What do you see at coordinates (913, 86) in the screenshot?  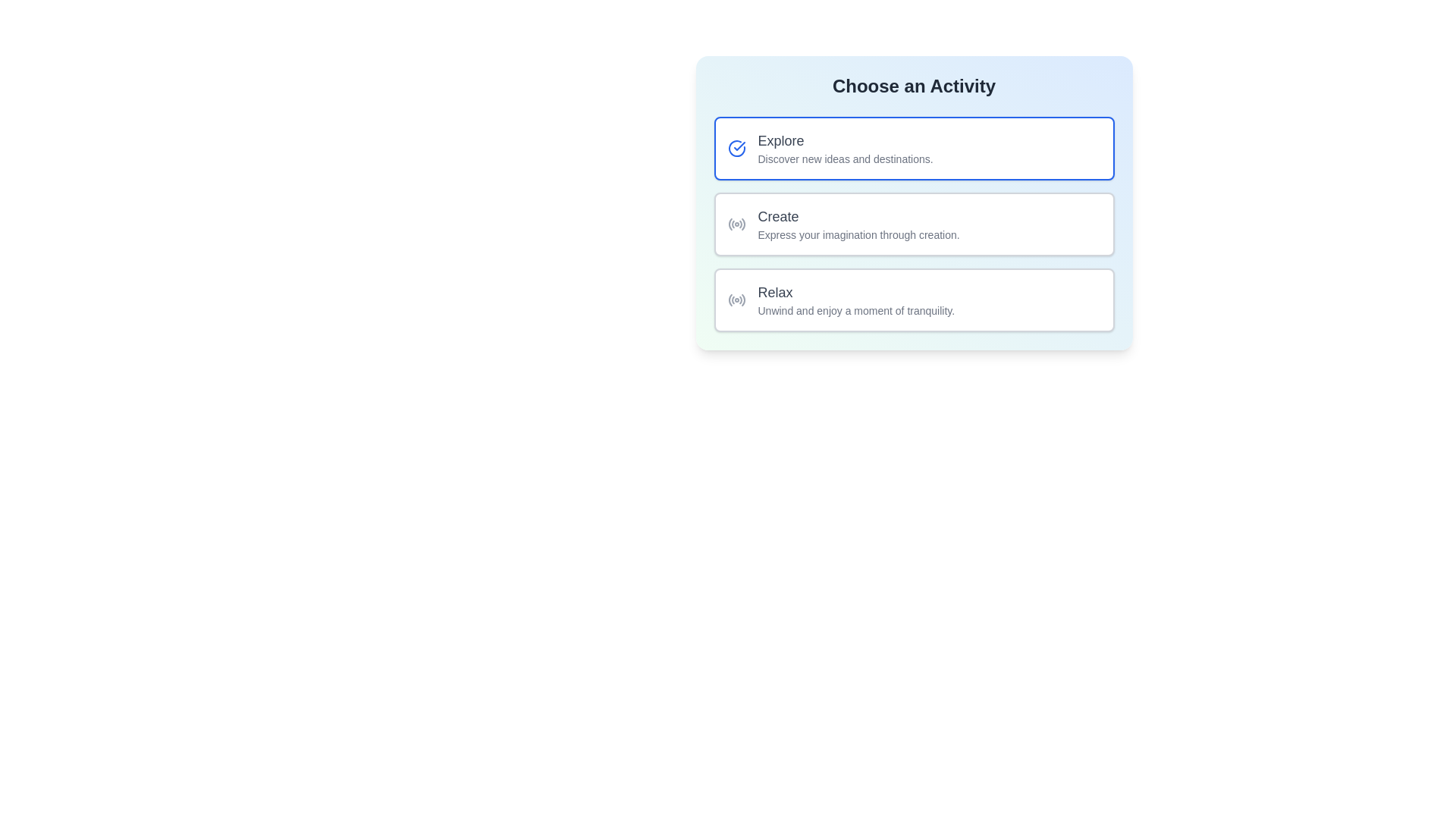 I see `the static text label or section header that presents the title for the activity selection, positioned above the options 'Explore', 'Create', and 'Relax'` at bounding box center [913, 86].